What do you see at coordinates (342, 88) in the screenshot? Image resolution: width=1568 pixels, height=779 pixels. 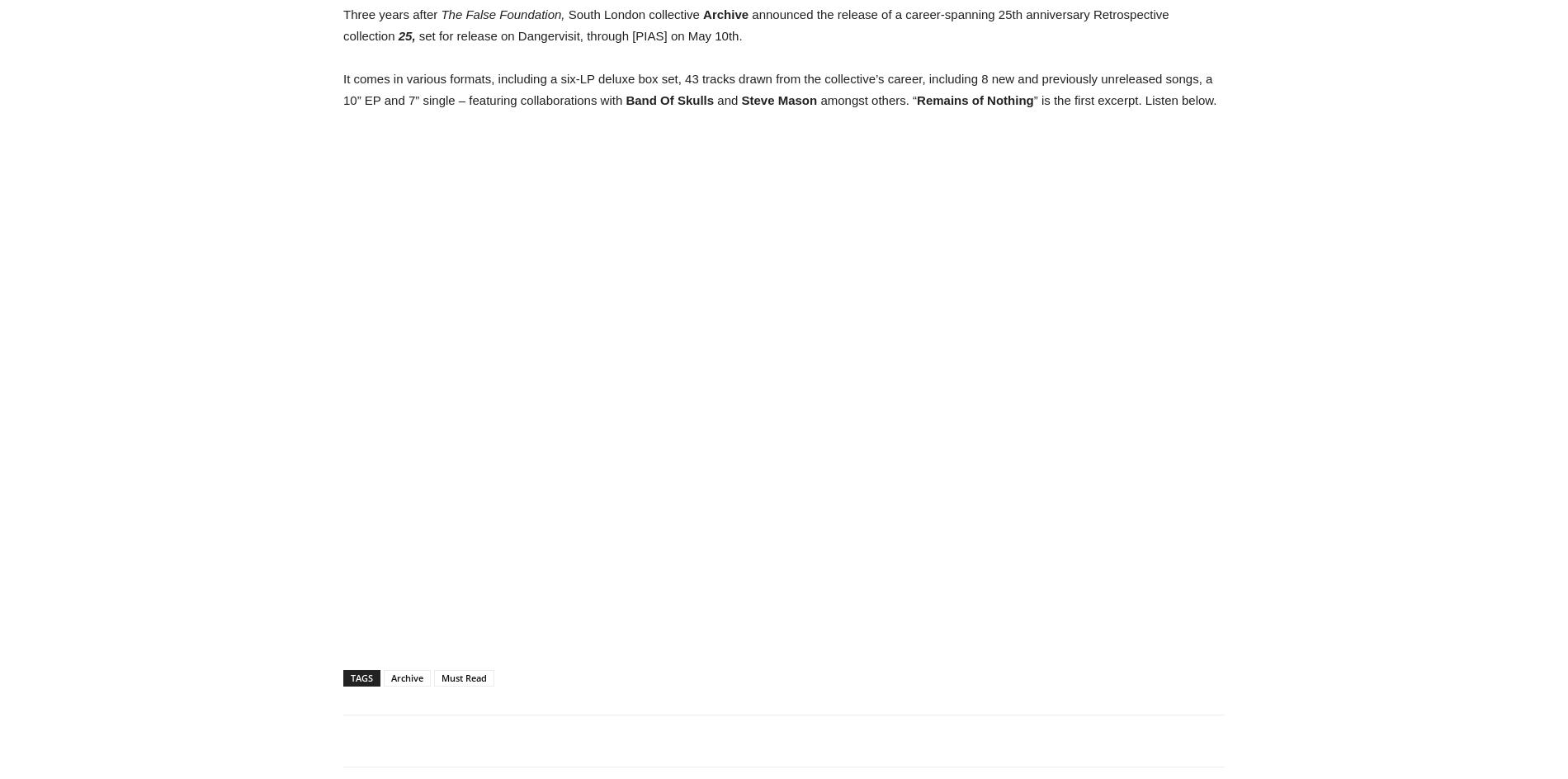 I see `'It comes in various formats, including a six-LP deluxe box set, 43 tracks drawn from the collective’s career, including 8 new and previously unreleased songs, a 10” EP and 7” single – featuring collaborations with'` at bounding box center [342, 88].